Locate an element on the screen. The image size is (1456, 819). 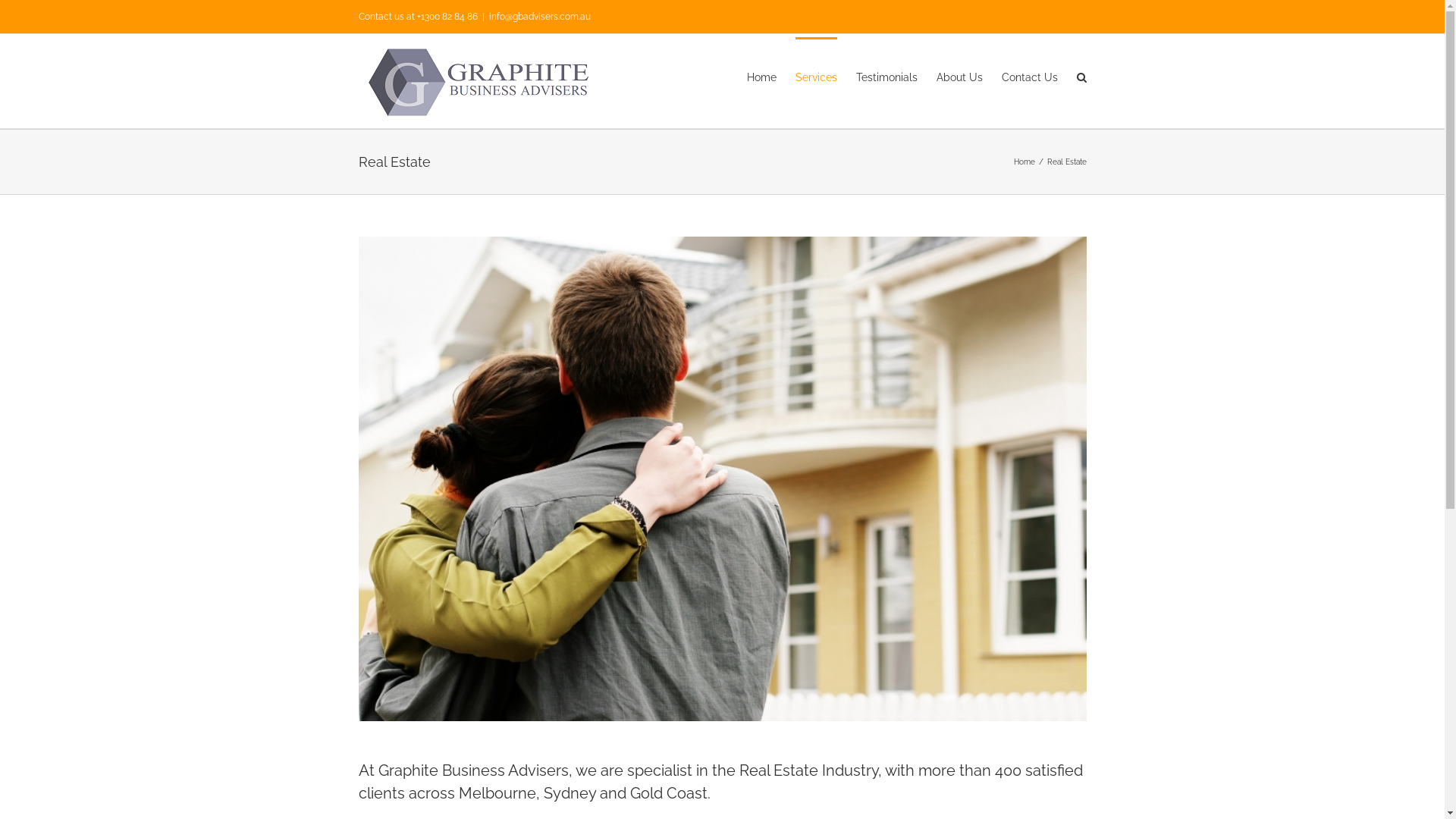
'About Us' is located at coordinates (958, 76).